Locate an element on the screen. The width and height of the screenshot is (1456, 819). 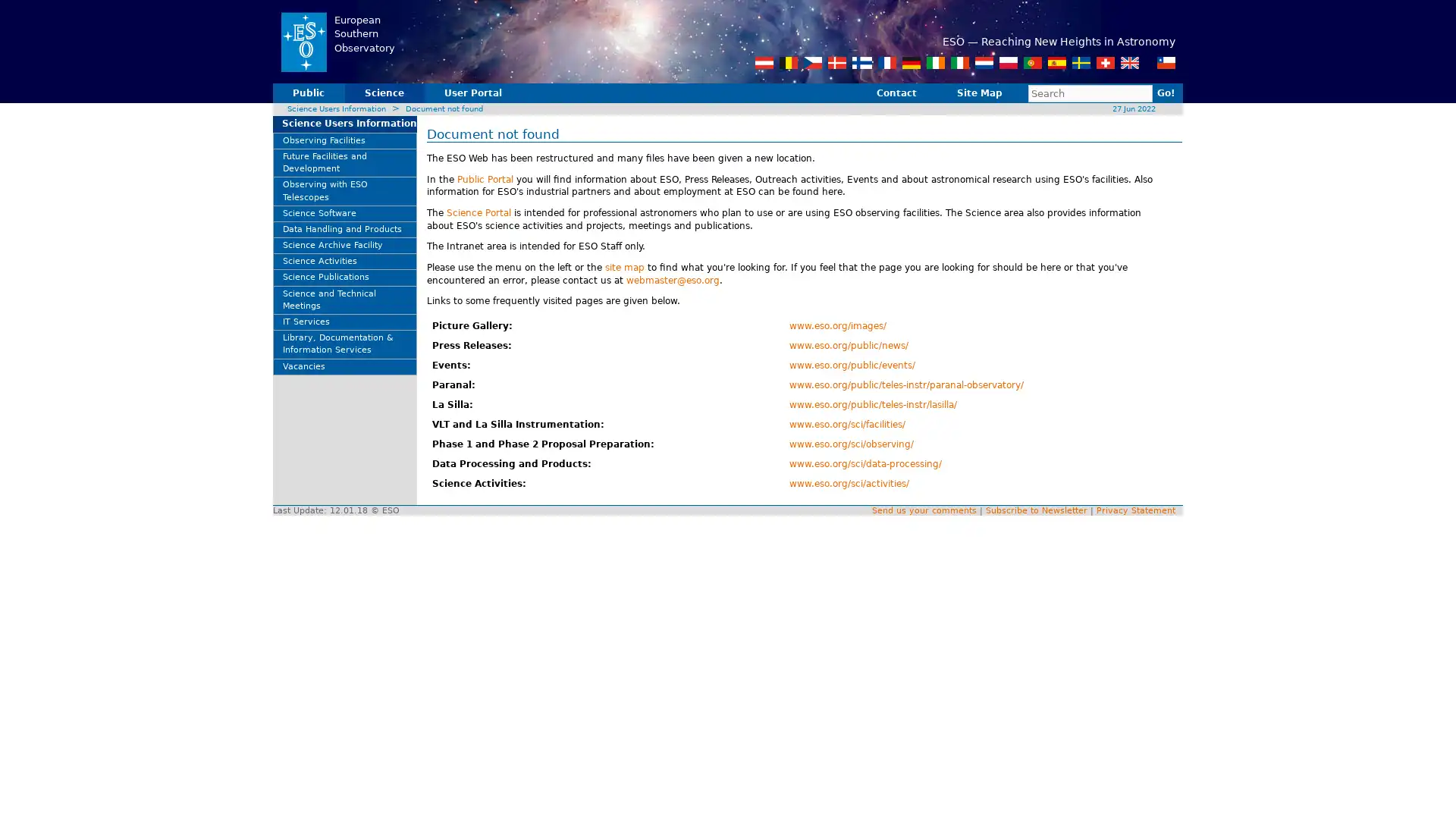
Go! is located at coordinates (1165, 93).